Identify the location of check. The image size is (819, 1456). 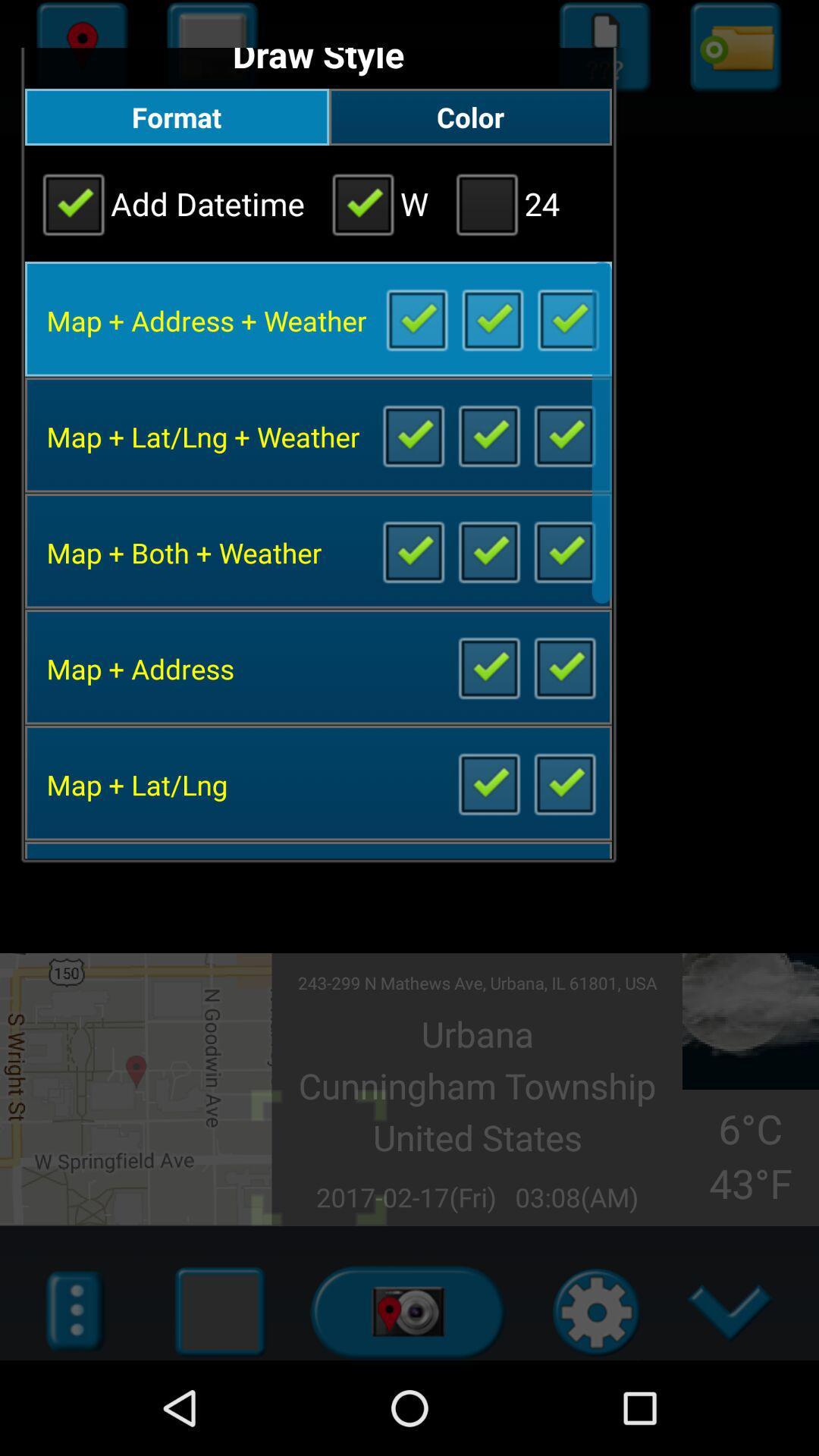
(413, 550).